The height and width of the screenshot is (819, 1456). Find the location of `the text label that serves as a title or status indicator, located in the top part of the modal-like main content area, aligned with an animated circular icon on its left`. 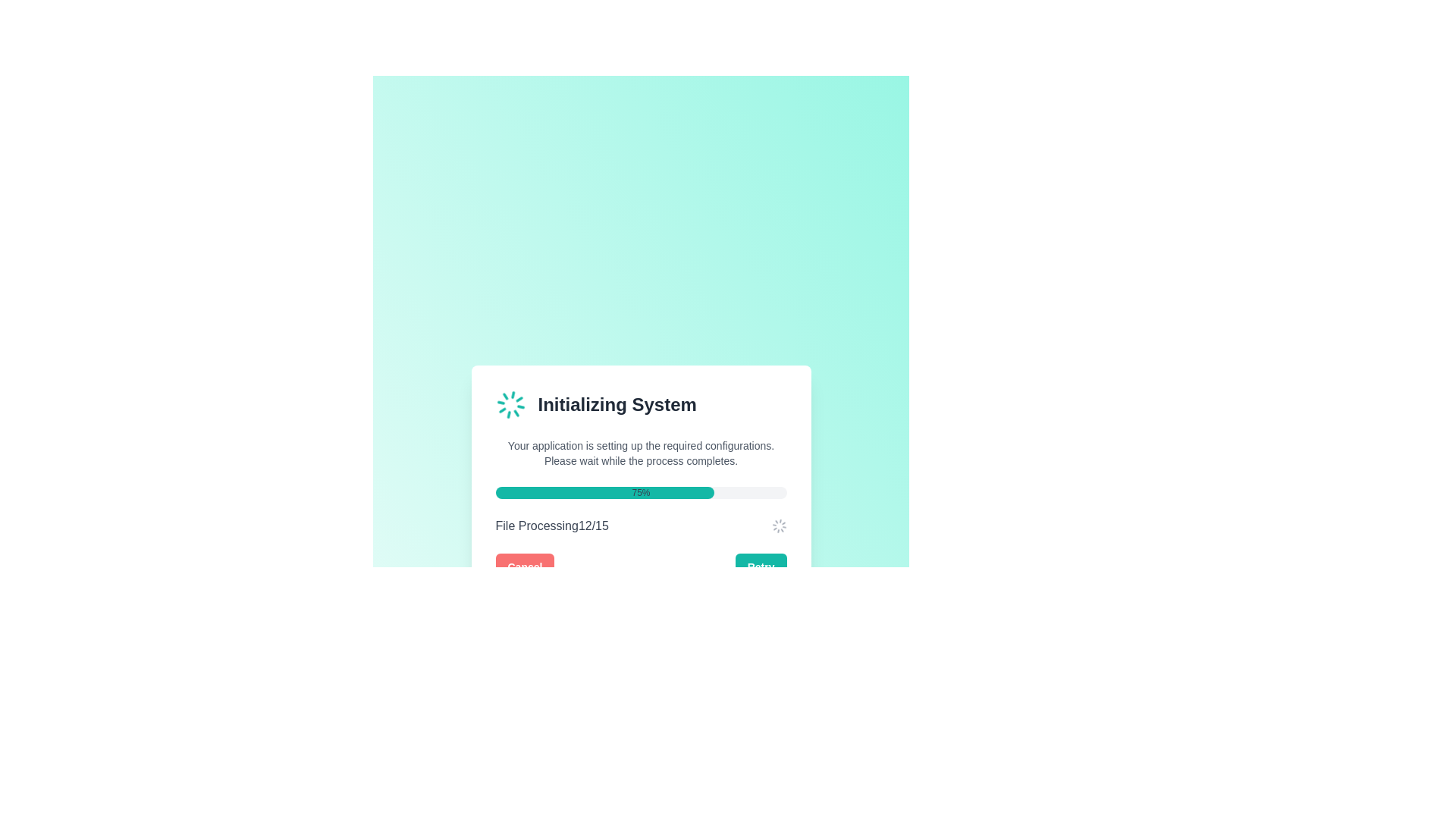

the text label that serves as a title or status indicator, located in the top part of the modal-like main content area, aligned with an animated circular icon on its left is located at coordinates (617, 403).